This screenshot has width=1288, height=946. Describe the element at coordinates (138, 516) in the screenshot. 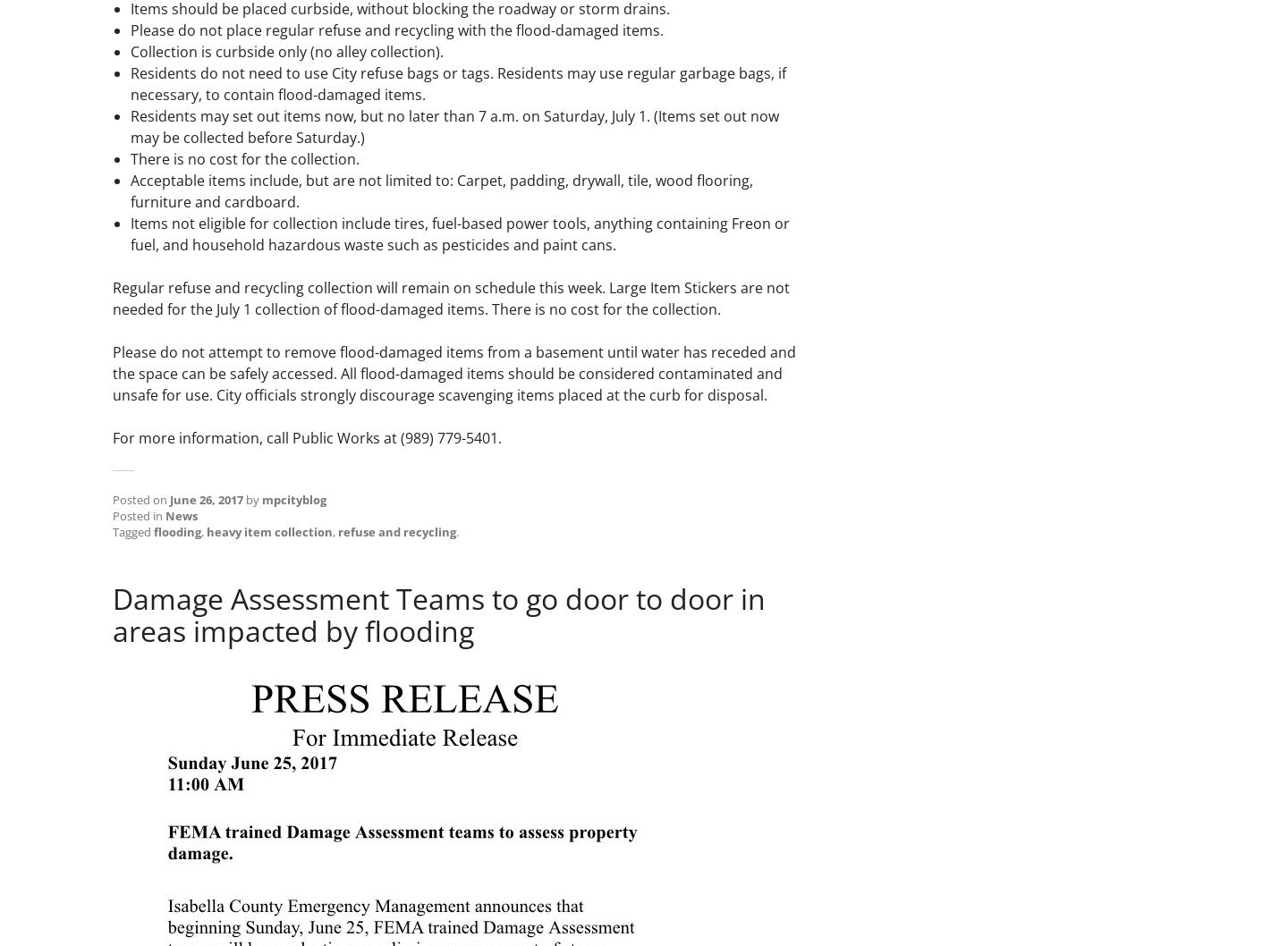

I see `'Posted in'` at that location.